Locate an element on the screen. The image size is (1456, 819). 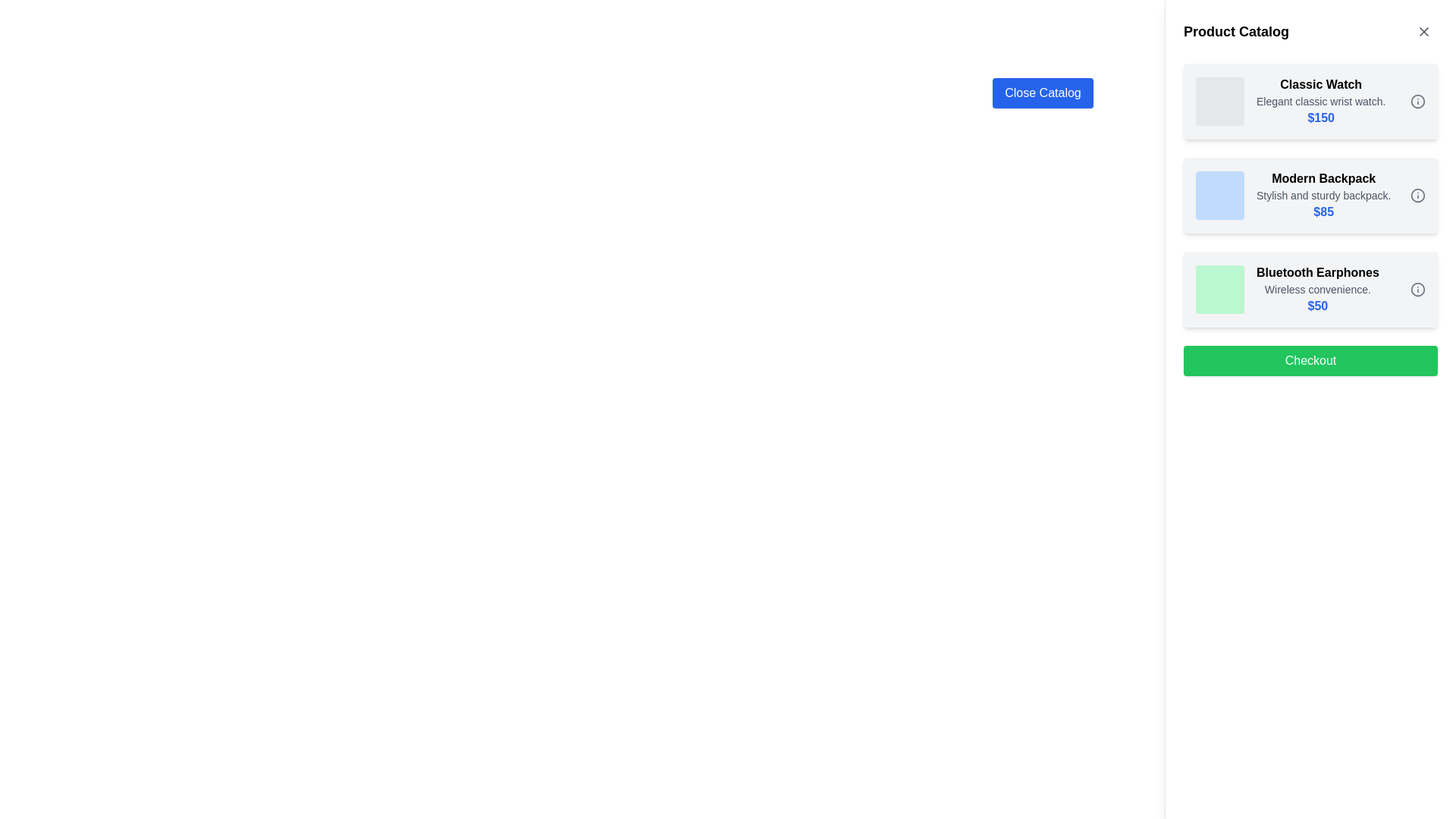
the static text displaying the name of the third product item in the right-hand product catalog section is located at coordinates (1316, 271).